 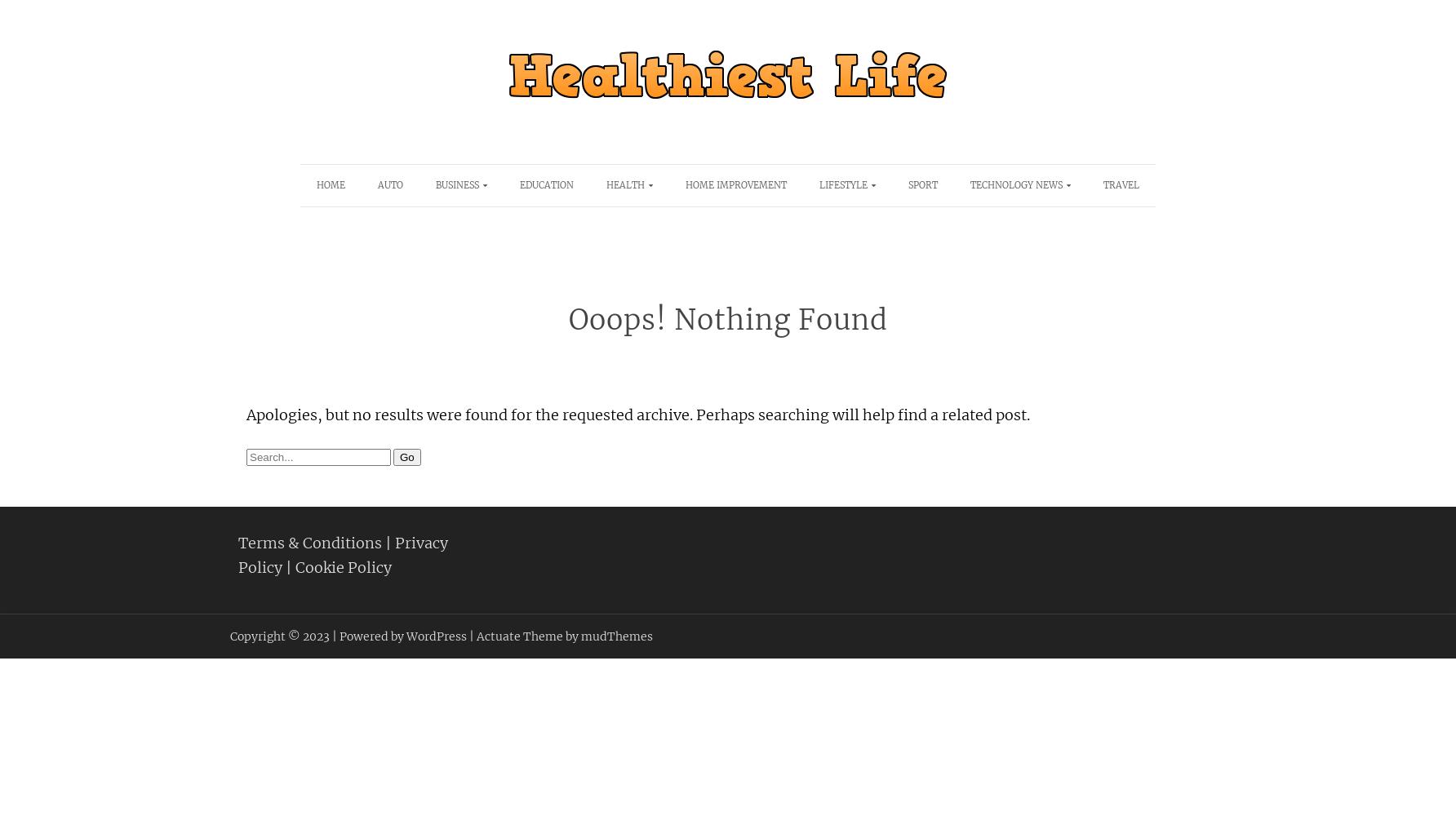 What do you see at coordinates (726, 320) in the screenshot?
I see `'Ooops! Nothing Found'` at bounding box center [726, 320].